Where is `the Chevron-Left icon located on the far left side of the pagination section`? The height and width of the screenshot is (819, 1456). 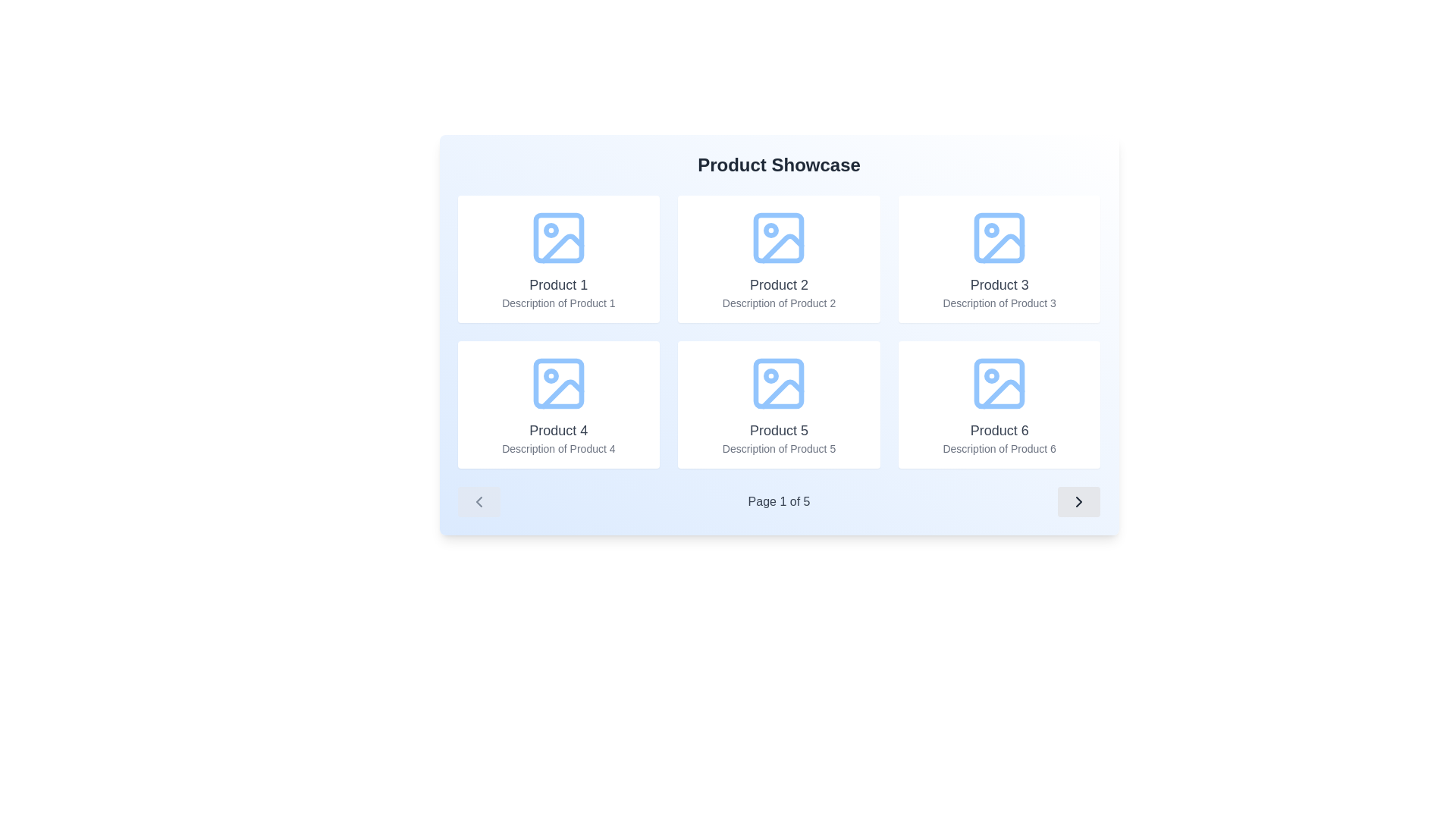
the Chevron-Left icon located on the far left side of the pagination section is located at coordinates (478, 502).